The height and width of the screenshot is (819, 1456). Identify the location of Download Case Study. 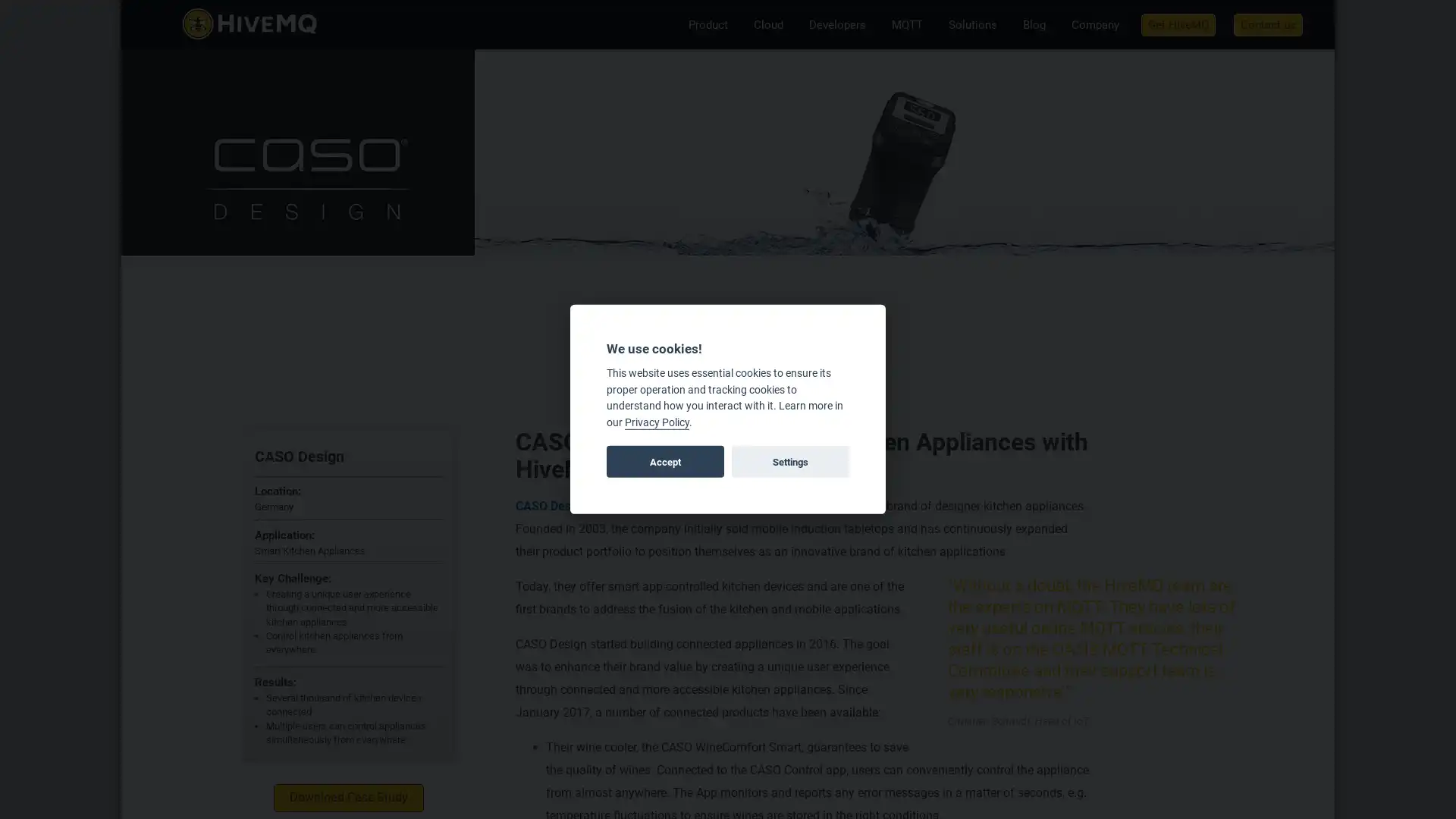
(348, 797).